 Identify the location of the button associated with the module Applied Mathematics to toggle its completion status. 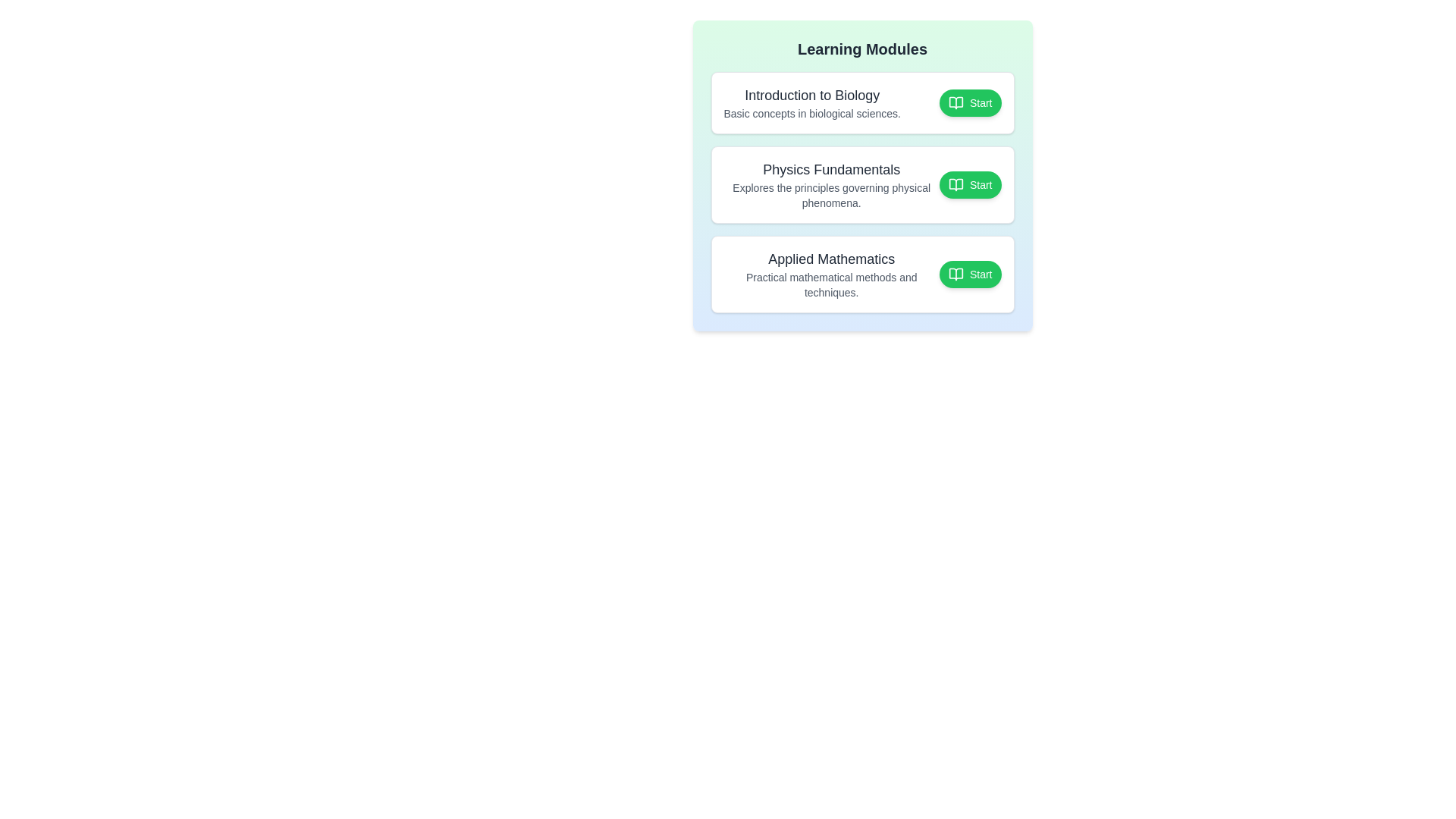
(969, 275).